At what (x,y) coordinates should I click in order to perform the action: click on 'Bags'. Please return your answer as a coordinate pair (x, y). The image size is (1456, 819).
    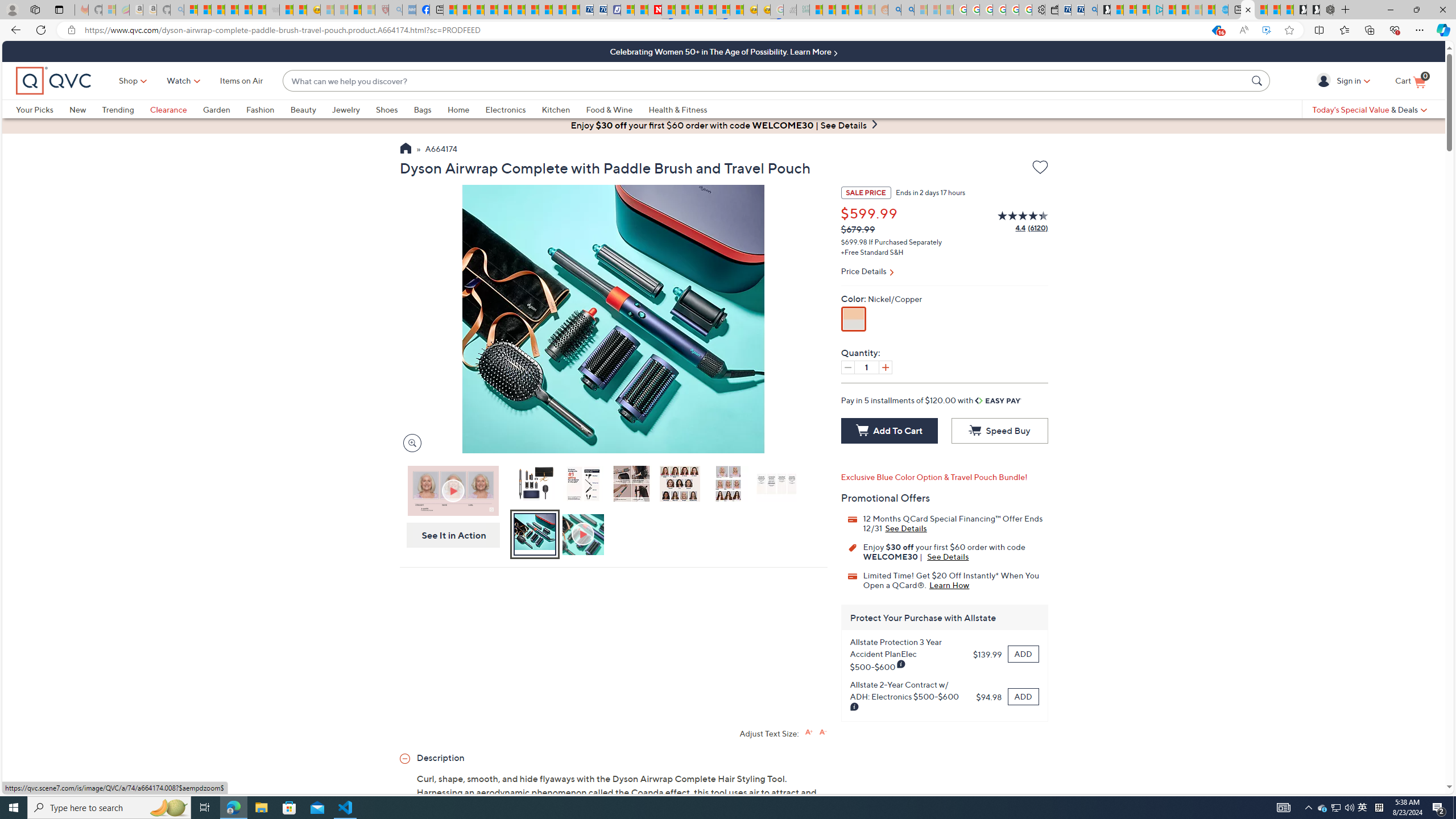
    Looking at the image, I should click on (421, 109).